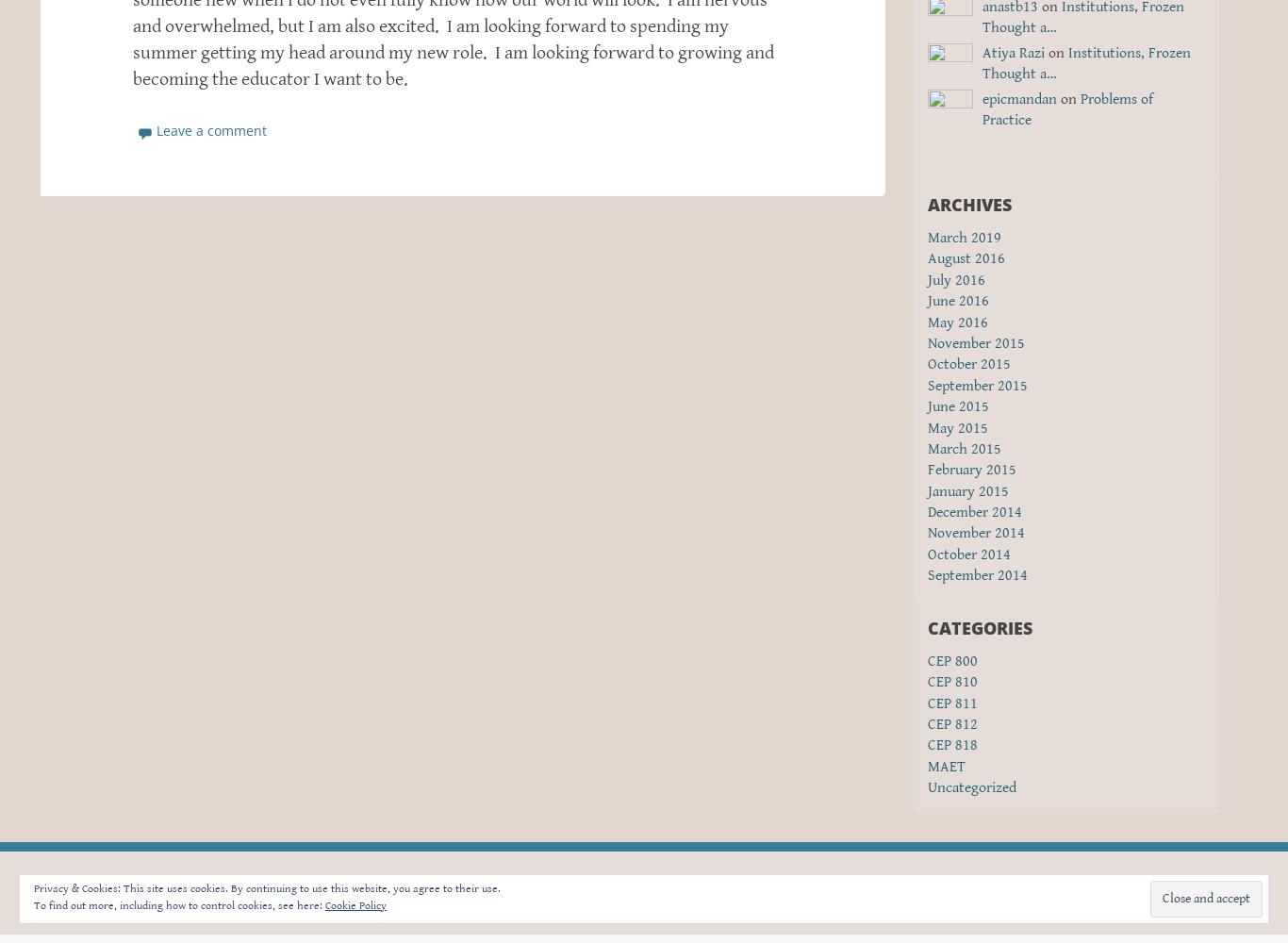 This screenshot has width=1288, height=943. I want to click on 'July 2016', so click(956, 279).